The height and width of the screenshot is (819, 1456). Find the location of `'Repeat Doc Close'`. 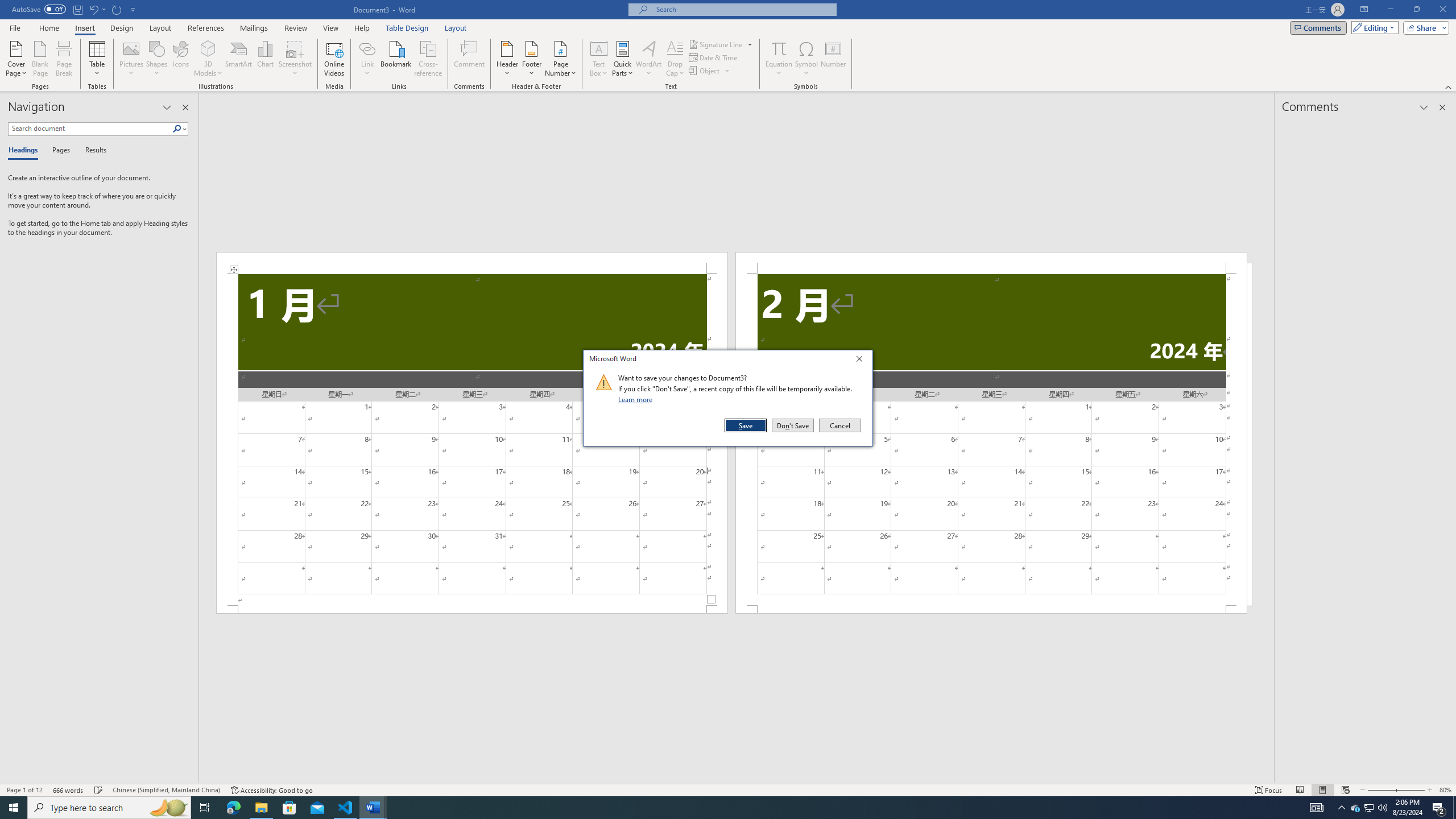

'Repeat Doc Close' is located at coordinates (117, 9).